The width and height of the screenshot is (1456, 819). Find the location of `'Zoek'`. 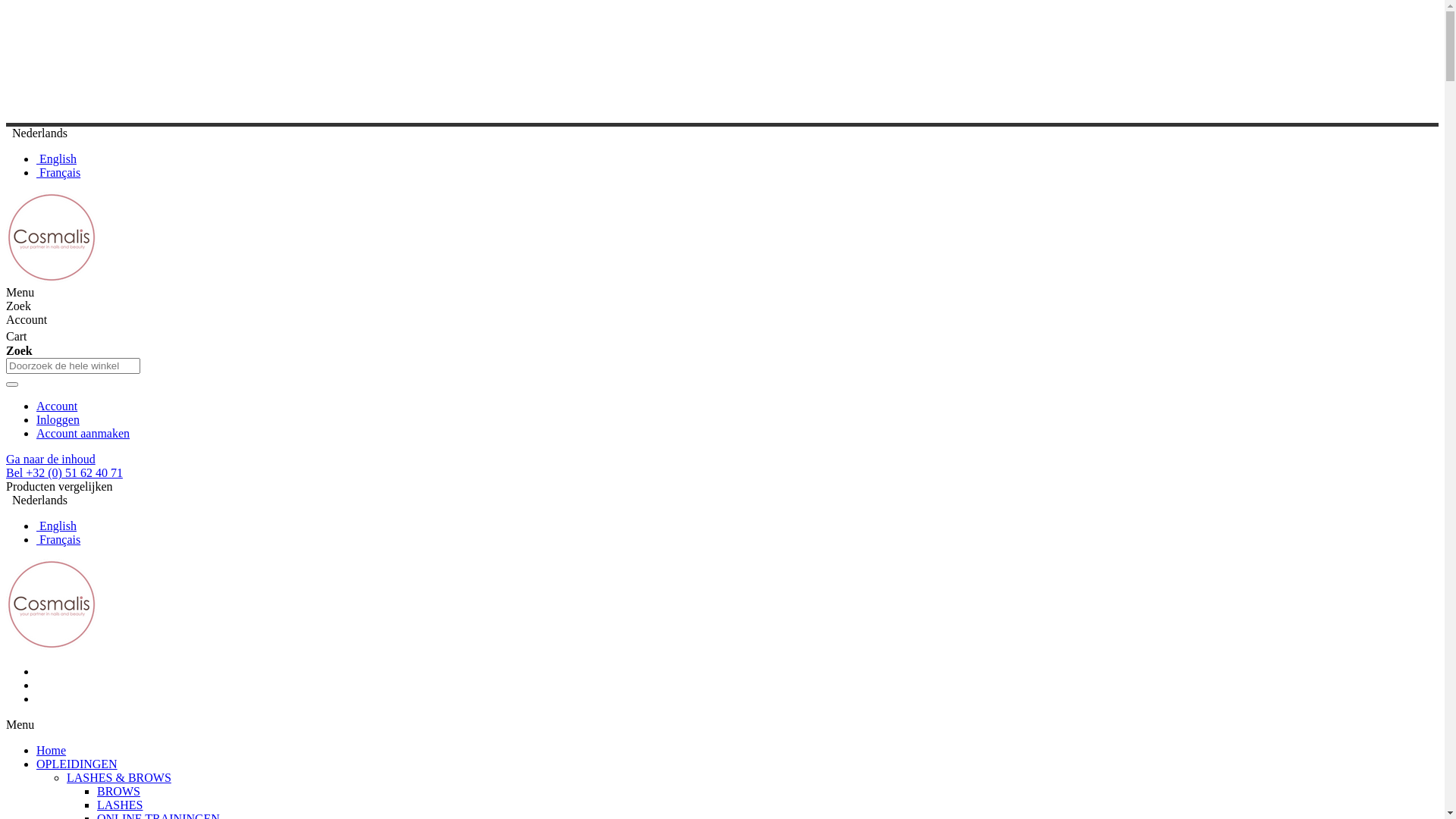

'Zoek' is located at coordinates (6, 383).